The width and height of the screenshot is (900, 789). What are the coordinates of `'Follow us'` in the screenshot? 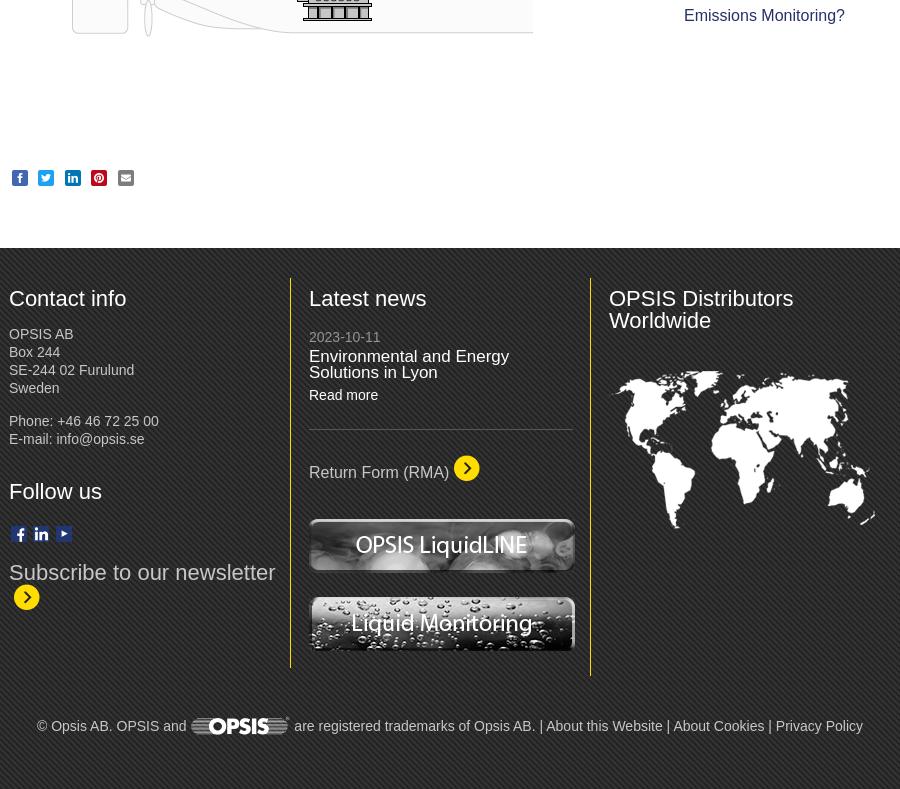 It's located at (53, 489).